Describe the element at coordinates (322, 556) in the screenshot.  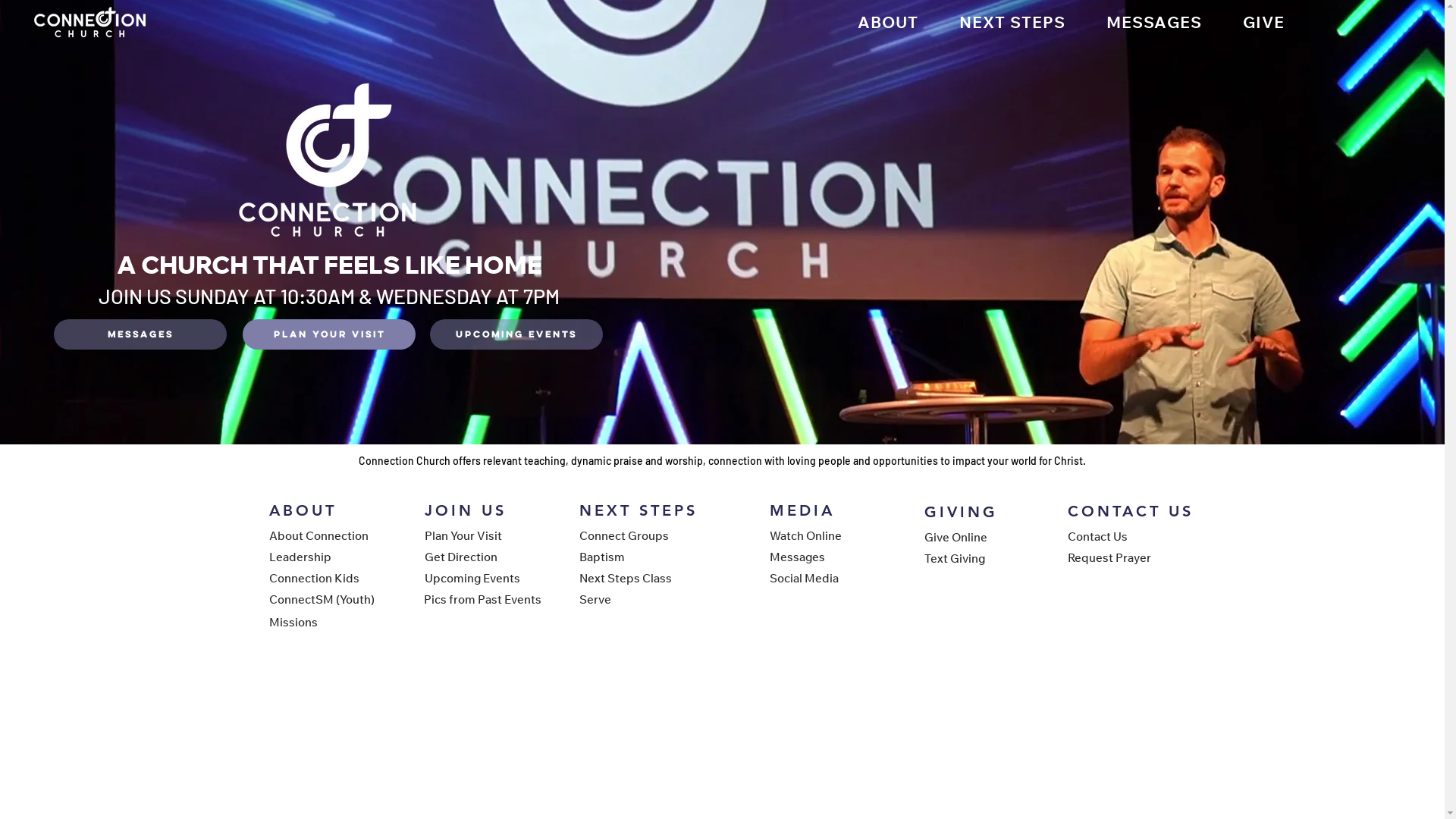
I see `'Leadership'` at that location.